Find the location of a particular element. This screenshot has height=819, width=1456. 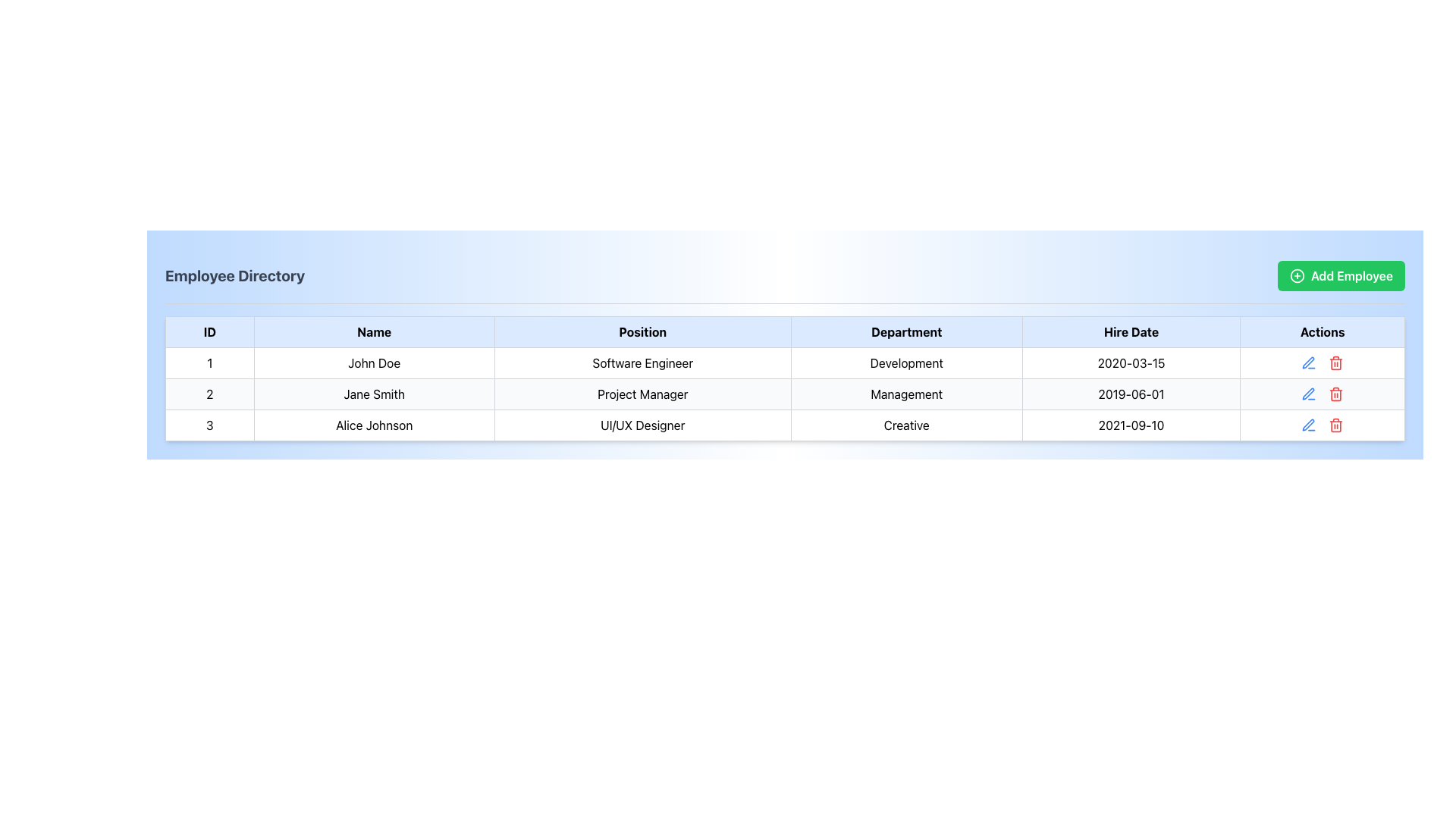

the table cell displaying the position 'Project Manager' for 'Jane Smith' located in the third column of the second row is located at coordinates (642, 394).